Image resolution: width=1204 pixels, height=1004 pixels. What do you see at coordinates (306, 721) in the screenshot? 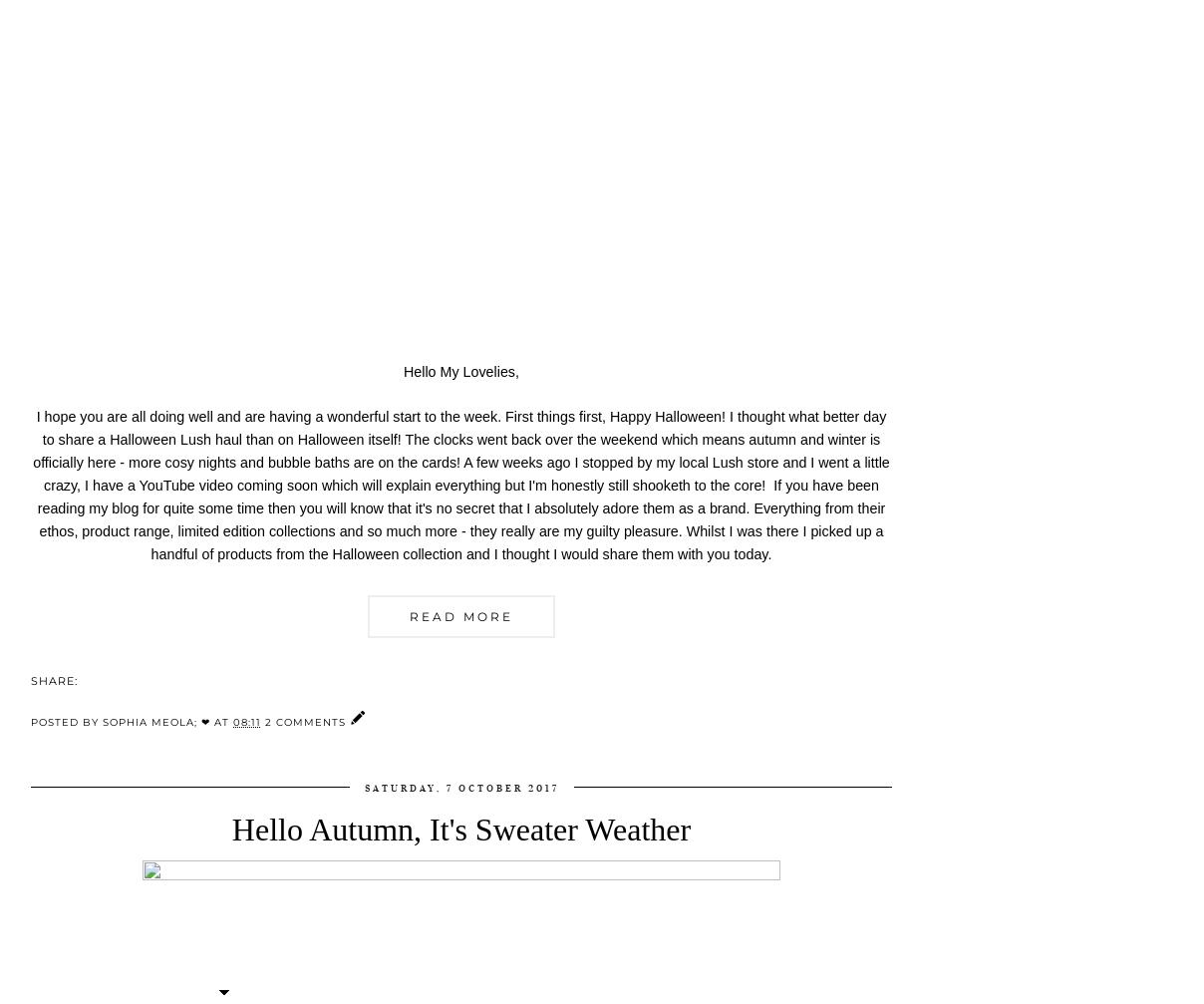
I see `'2 comments'` at bounding box center [306, 721].